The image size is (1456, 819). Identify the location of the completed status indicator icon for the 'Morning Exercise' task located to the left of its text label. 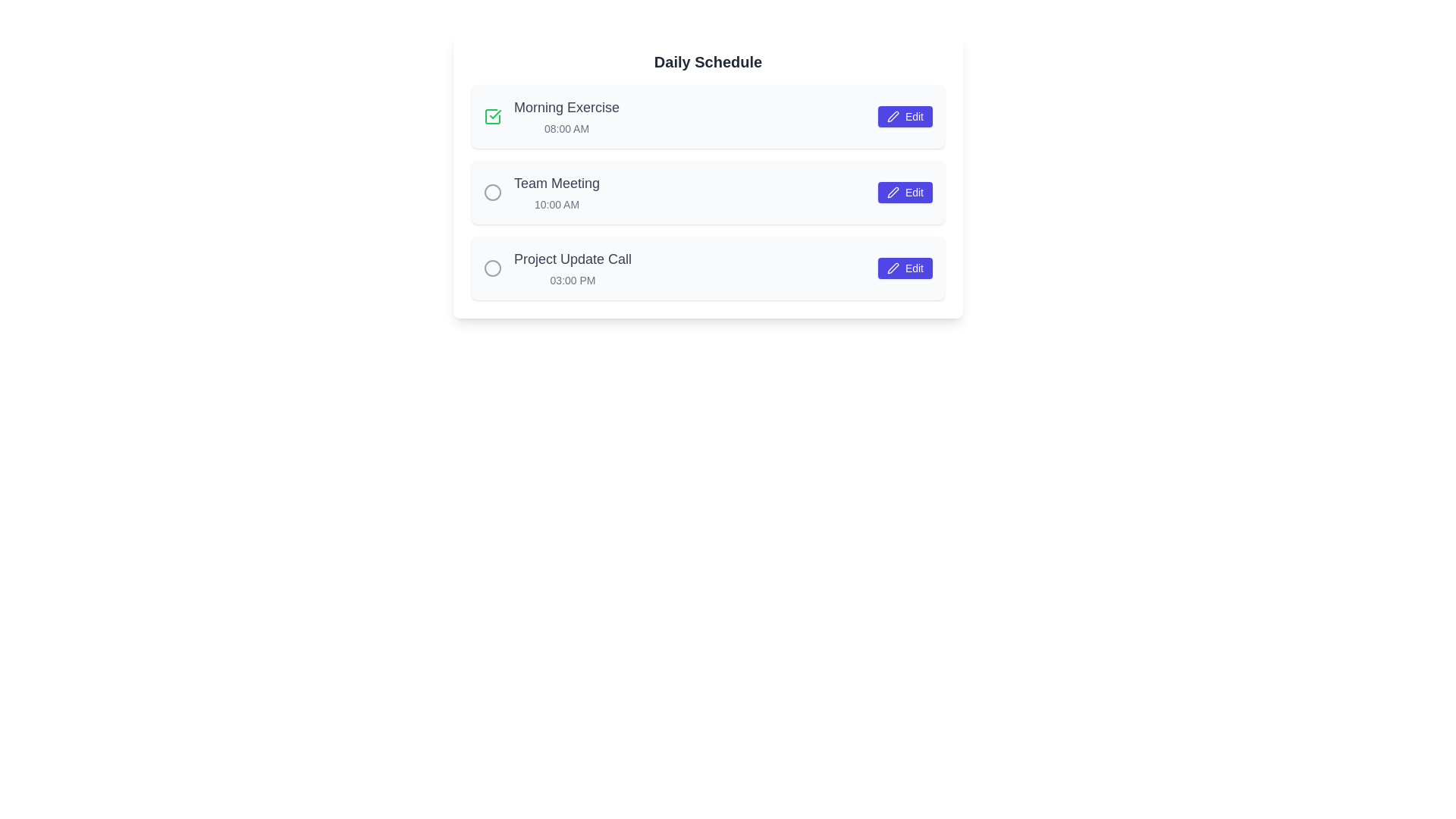
(495, 113).